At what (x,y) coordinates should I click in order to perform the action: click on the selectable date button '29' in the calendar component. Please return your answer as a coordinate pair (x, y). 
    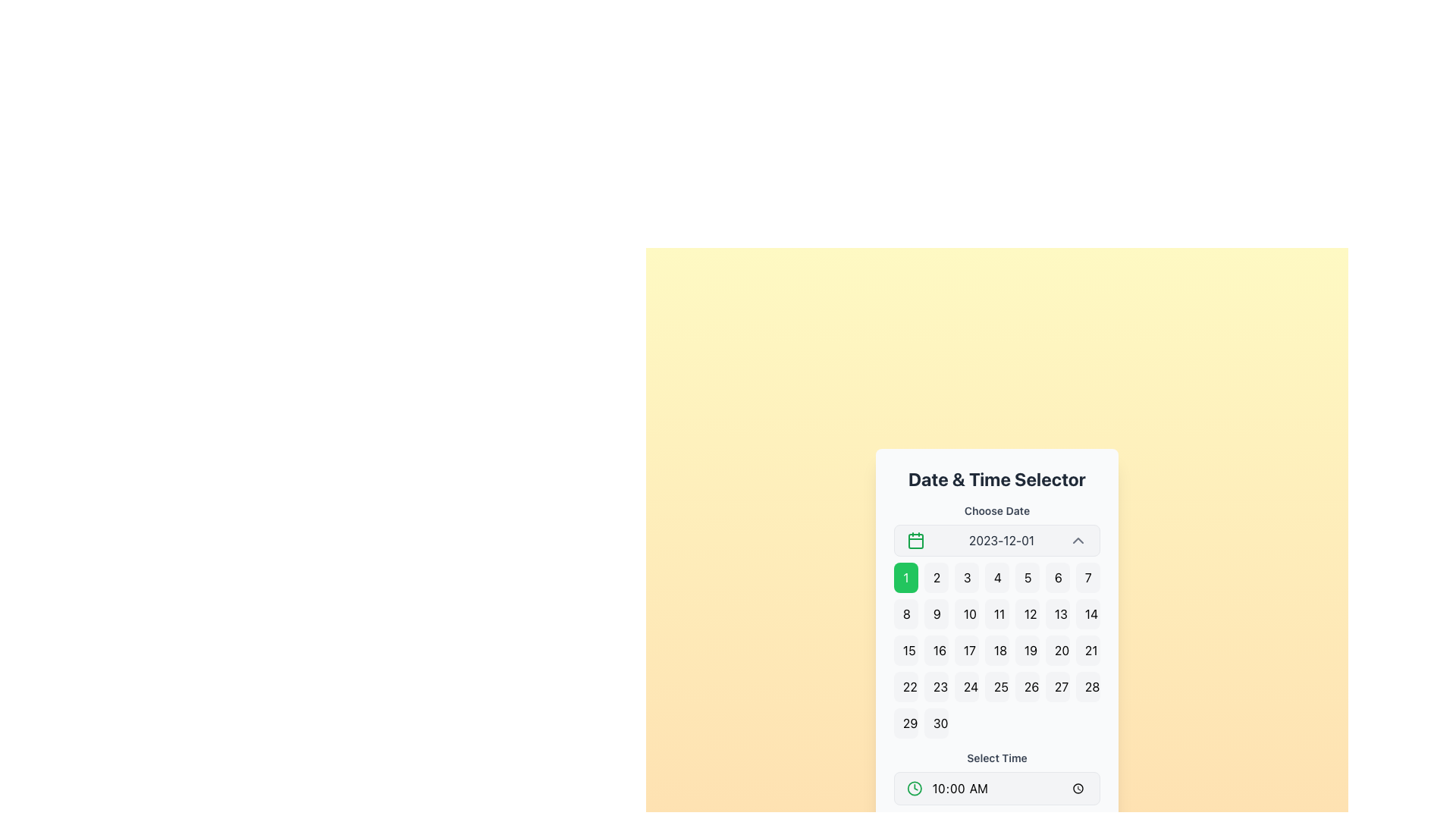
    Looking at the image, I should click on (906, 722).